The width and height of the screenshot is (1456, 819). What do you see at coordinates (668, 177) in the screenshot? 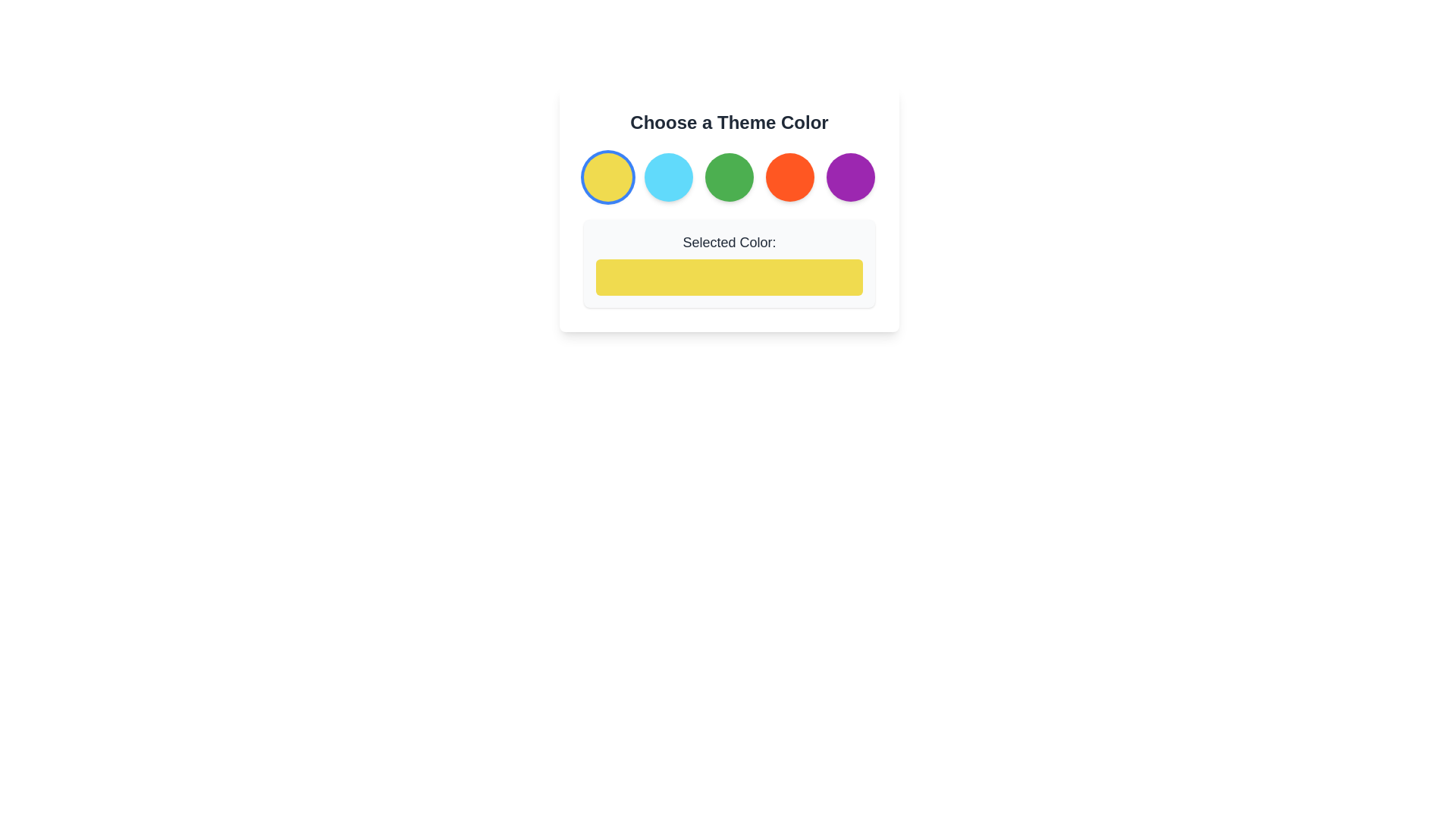
I see `the second circular button in a row of five buttons` at bounding box center [668, 177].